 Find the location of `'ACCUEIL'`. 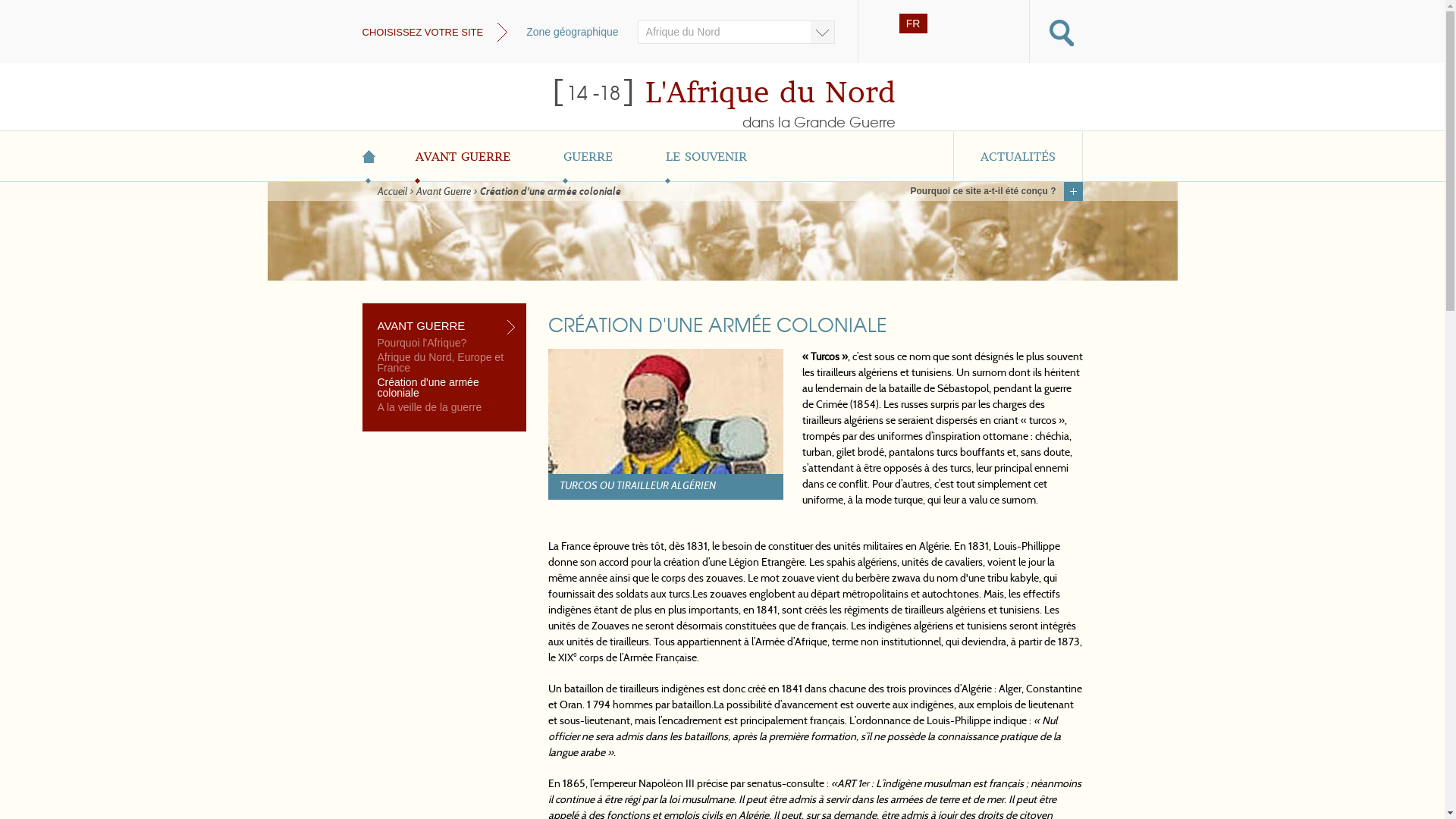

'ACCUEIL' is located at coordinates (375, 155).